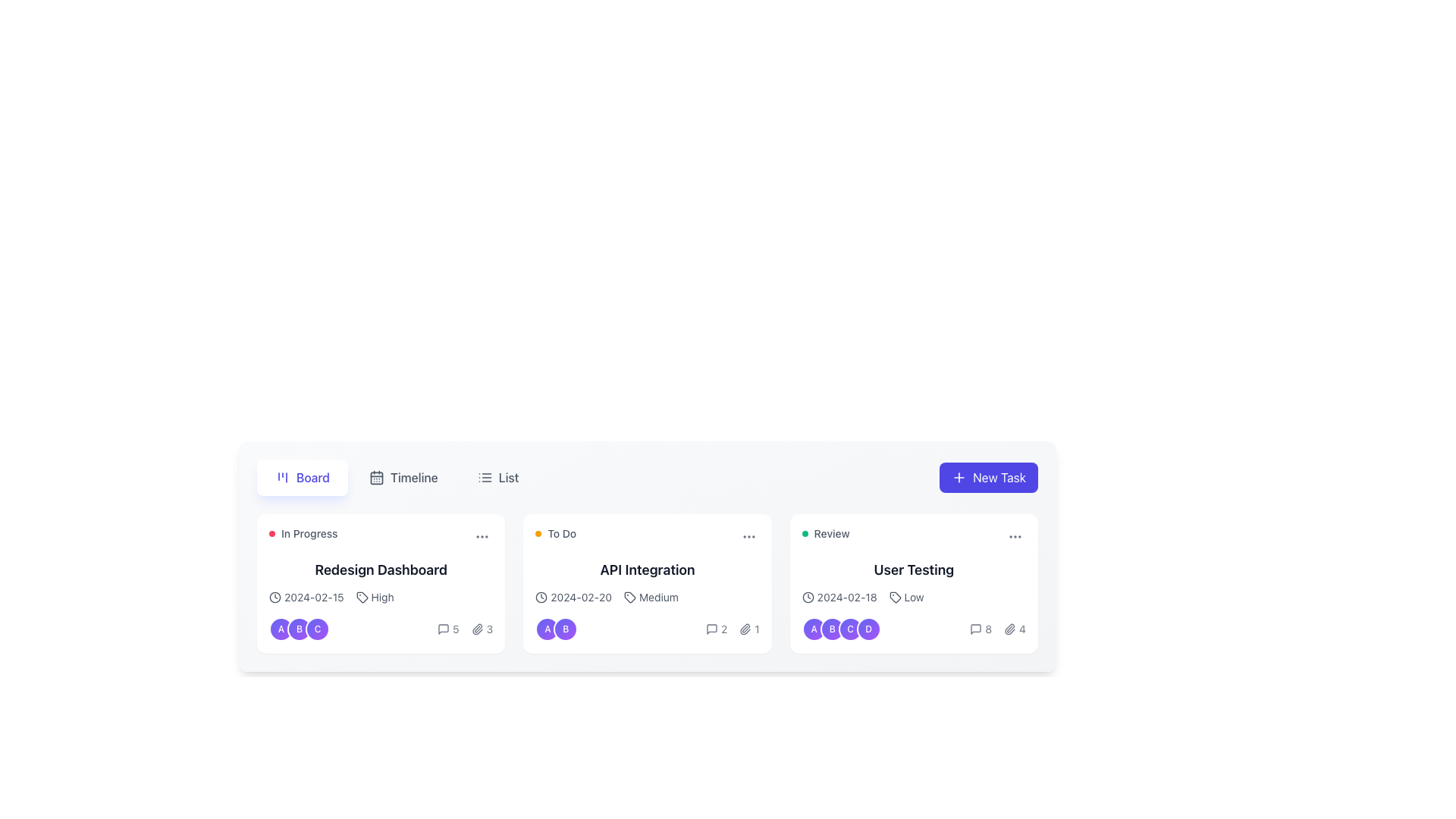 This screenshot has height=819, width=1456. What do you see at coordinates (275, 596) in the screenshot?
I see `the clock icon located at the bottom-left of the 'Redesign Dashboard' task card` at bounding box center [275, 596].